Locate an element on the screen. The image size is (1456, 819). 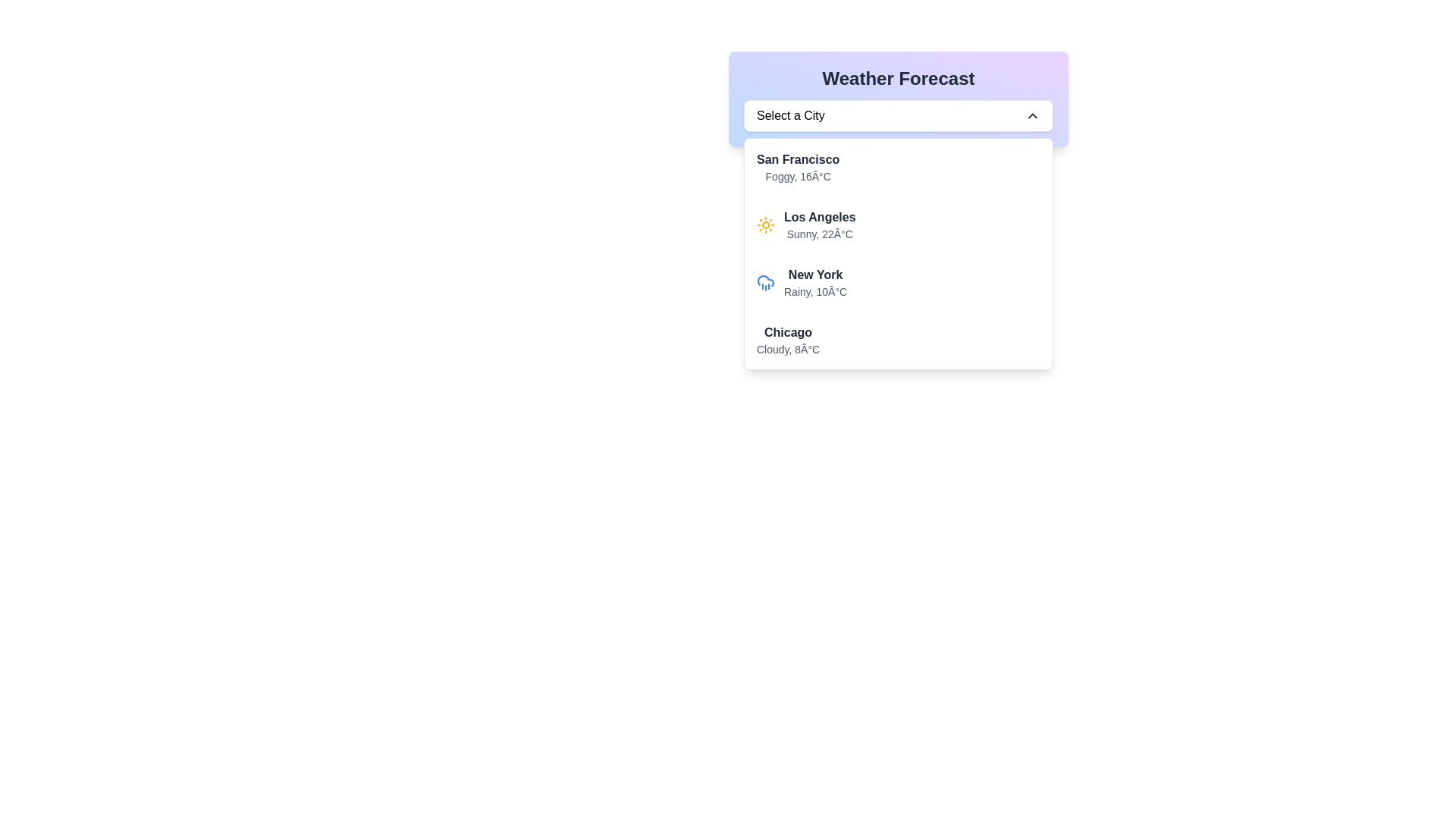
the weather icon for New York, which visually represents rainy weather, located to the left of the text in the dropdown list is located at coordinates (765, 283).